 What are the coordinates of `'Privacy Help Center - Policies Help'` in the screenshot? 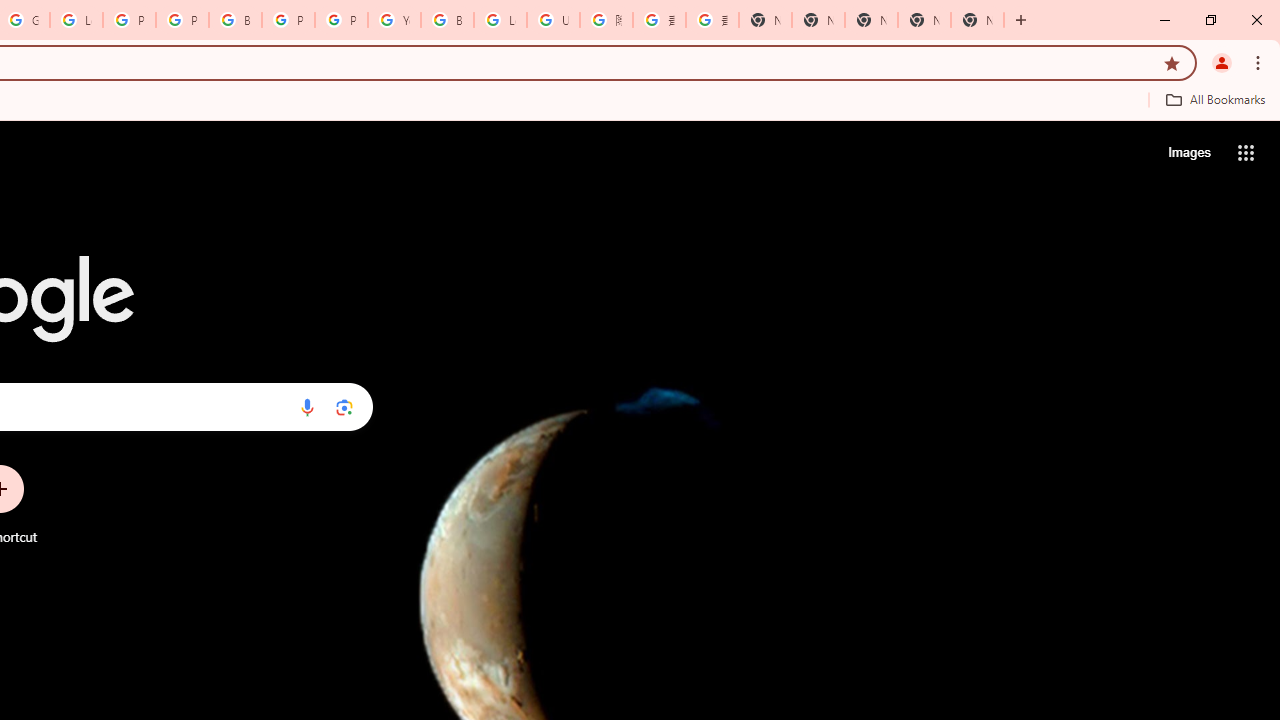 It's located at (128, 20).